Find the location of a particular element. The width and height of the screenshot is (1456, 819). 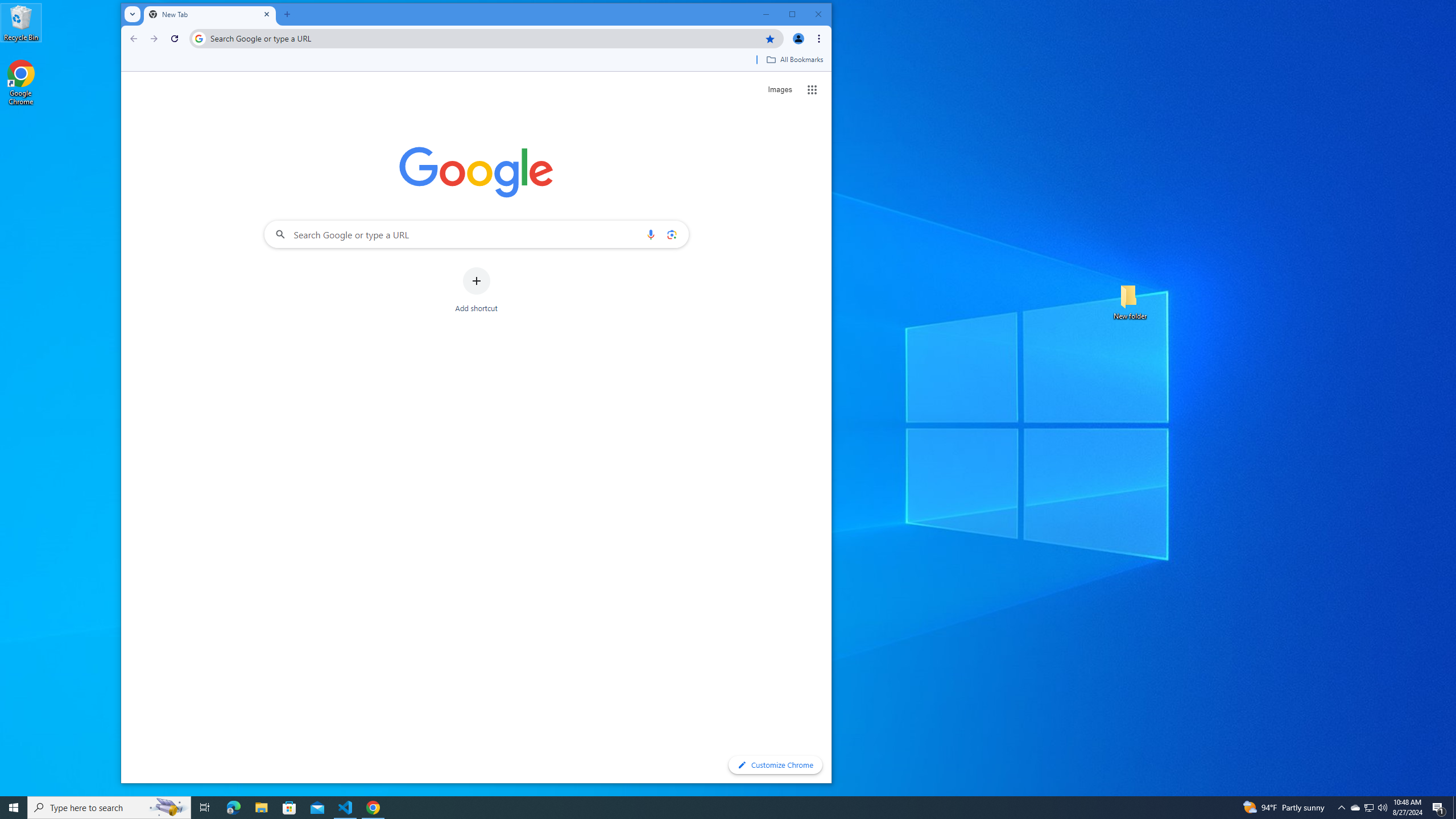

'Recycle Bin' is located at coordinates (20, 22).